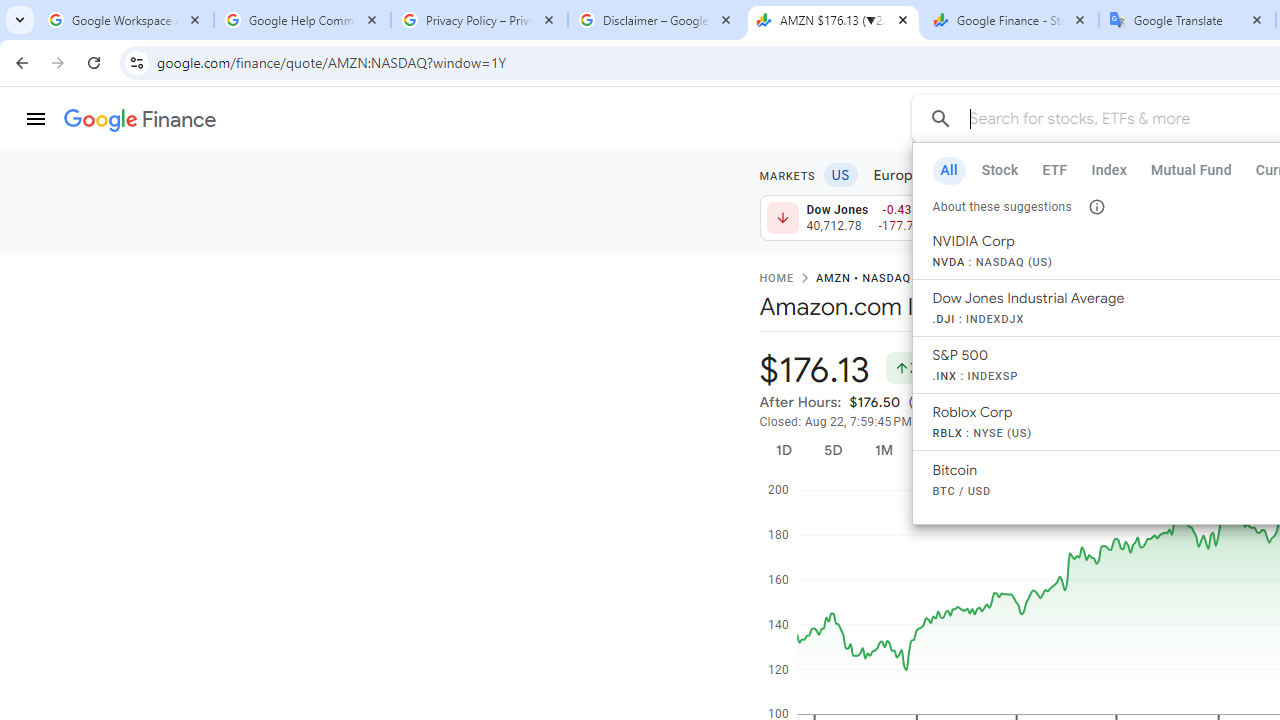 The image size is (1280, 720). What do you see at coordinates (1192, 173) in the screenshot?
I see `'Futures'` at bounding box center [1192, 173].